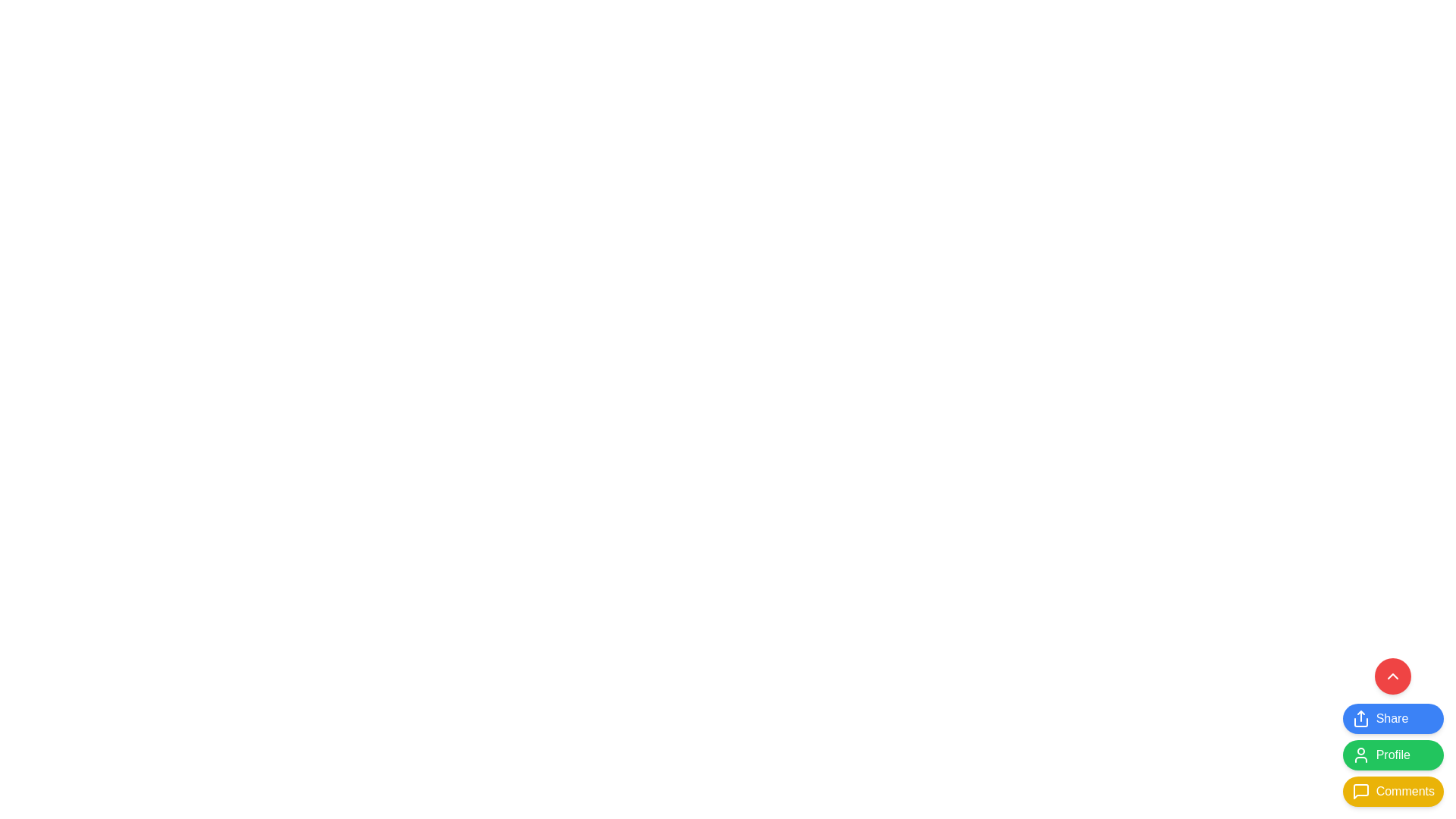 The height and width of the screenshot is (819, 1456). I want to click on the 'Profile' button, which has a green background and white text, so click(1393, 755).